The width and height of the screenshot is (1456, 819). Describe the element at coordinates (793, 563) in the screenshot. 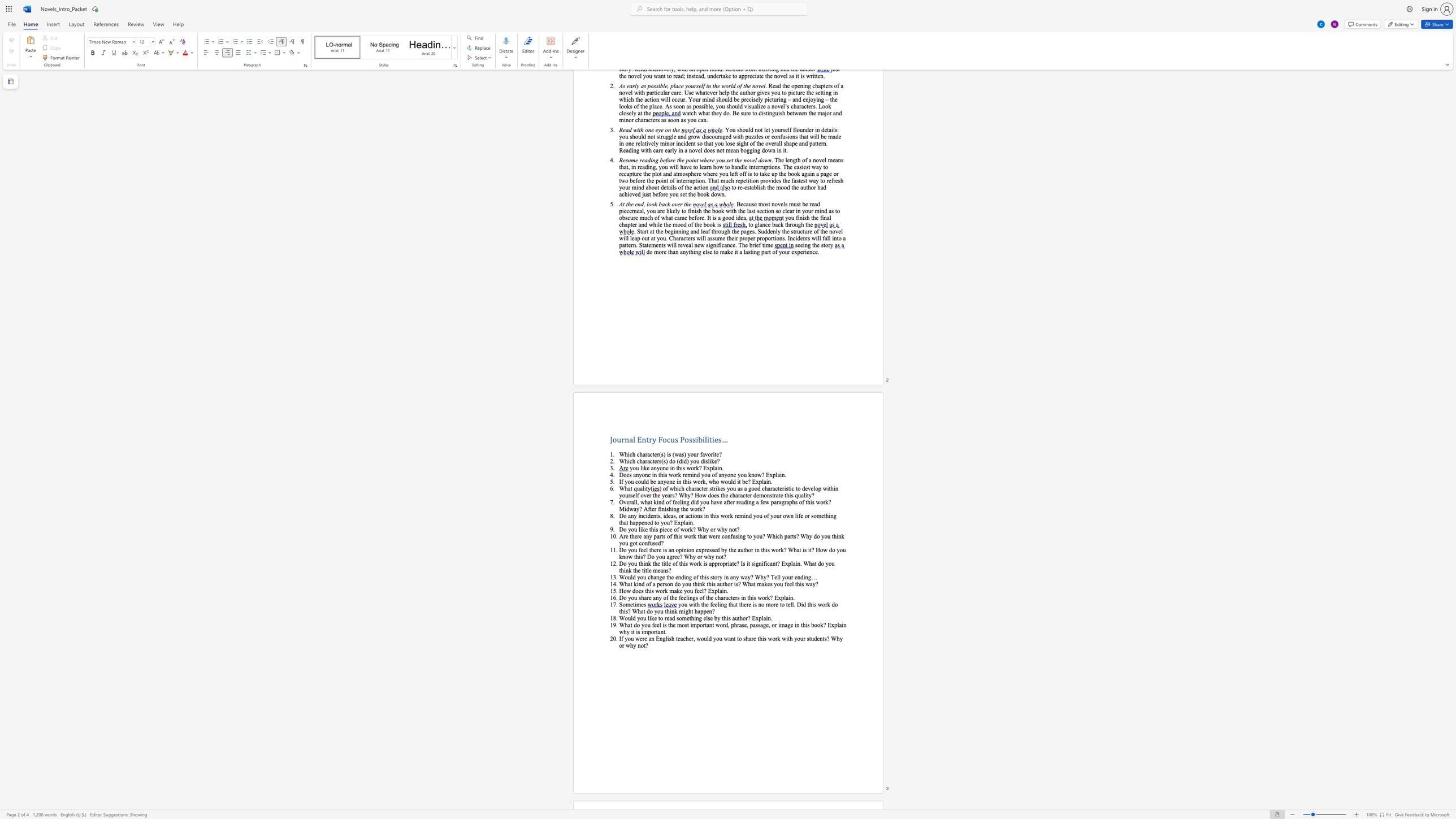

I see `the subset text "ain. W" within the text "? Is it significant? Explain. What do you think the title means?"` at that location.